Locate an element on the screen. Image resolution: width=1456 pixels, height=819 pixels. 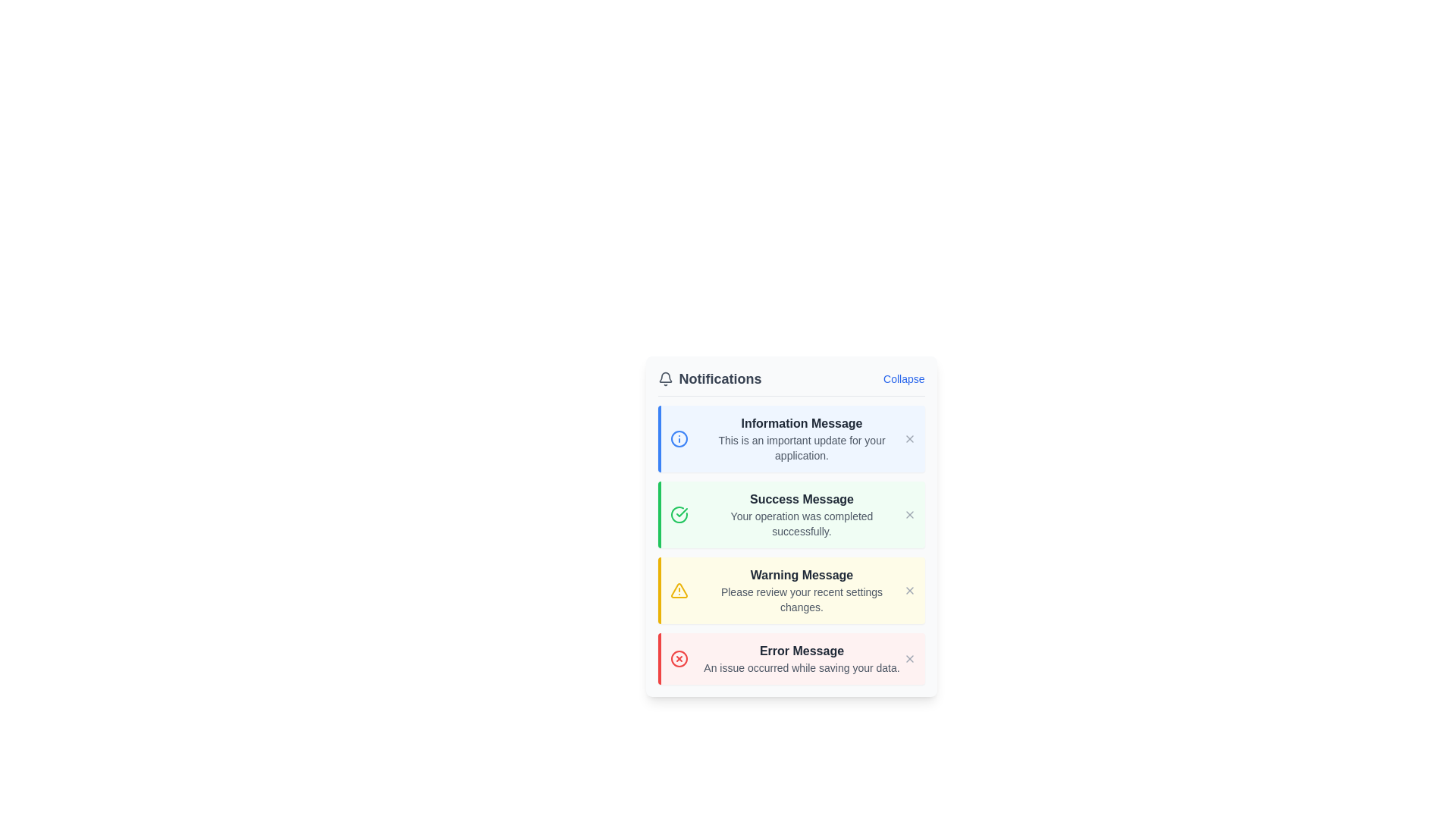
the Graphic Icon located at the leftmost side of the 'Error Message' notification box is located at coordinates (678, 657).